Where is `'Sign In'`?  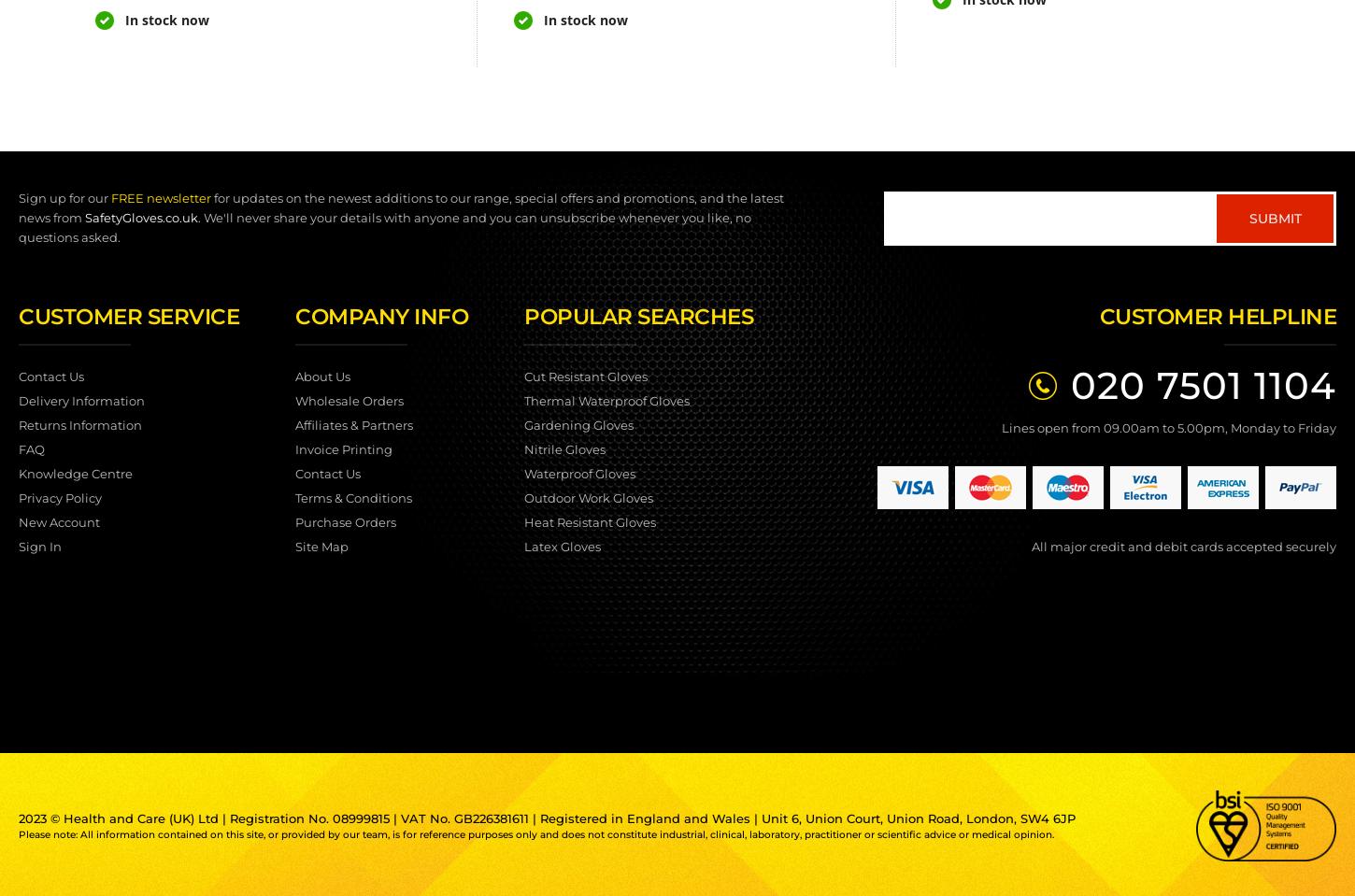 'Sign In' is located at coordinates (19, 545).